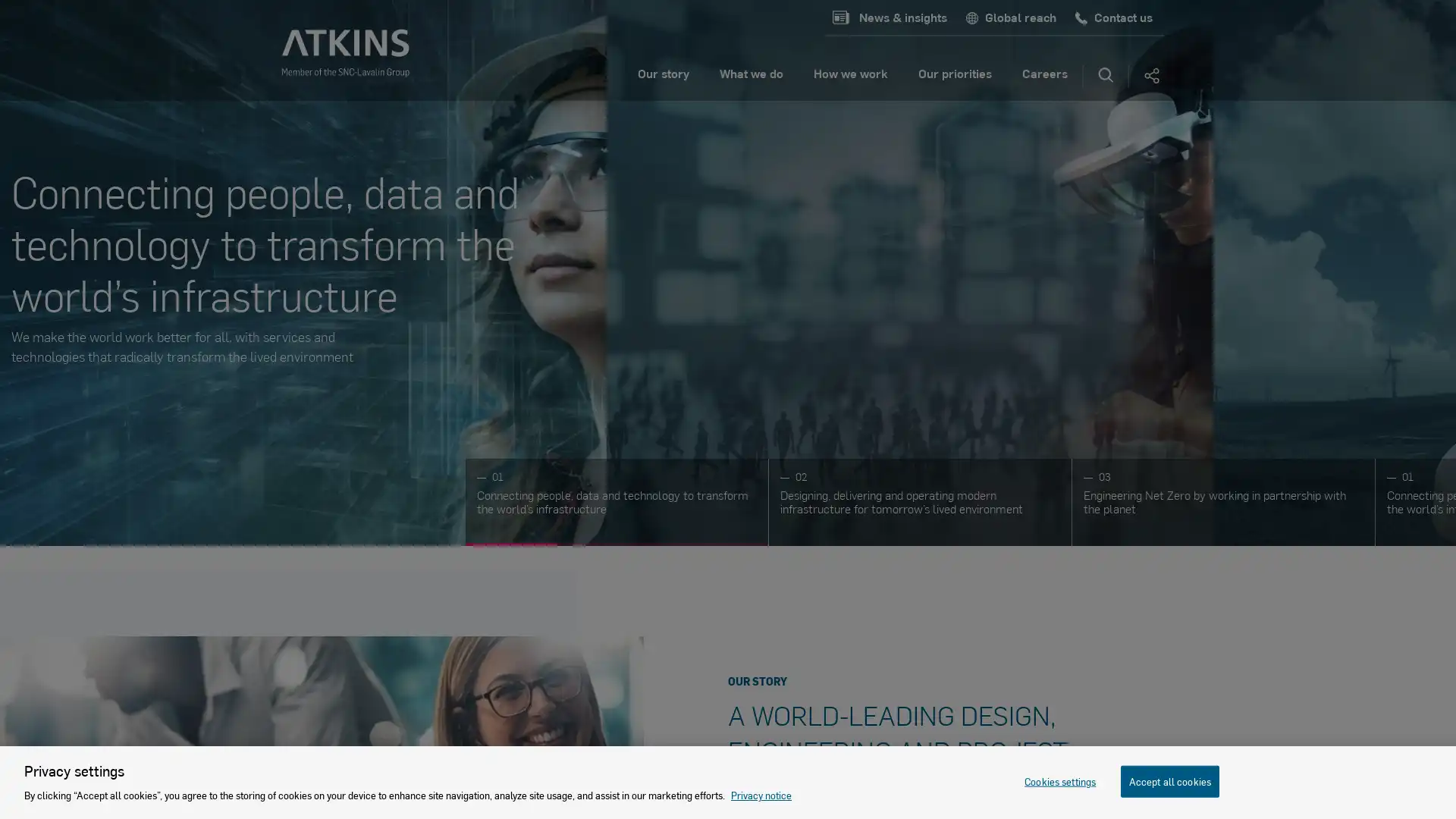 The width and height of the screenshot is (1456, 819). I want to click on Accept all cookies, so click(1169, 780).